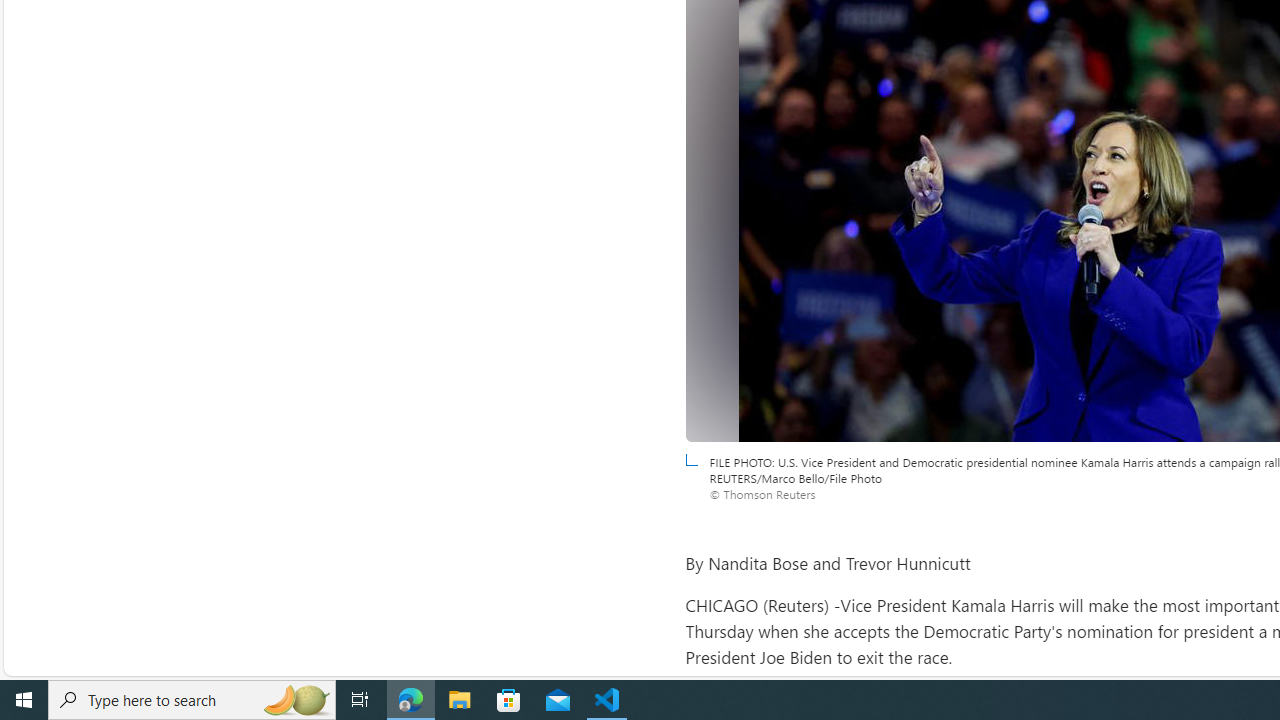  Describe the element at coordinates (509, 698) in the screenshot. I see `'Microsoft Store'` at that location.